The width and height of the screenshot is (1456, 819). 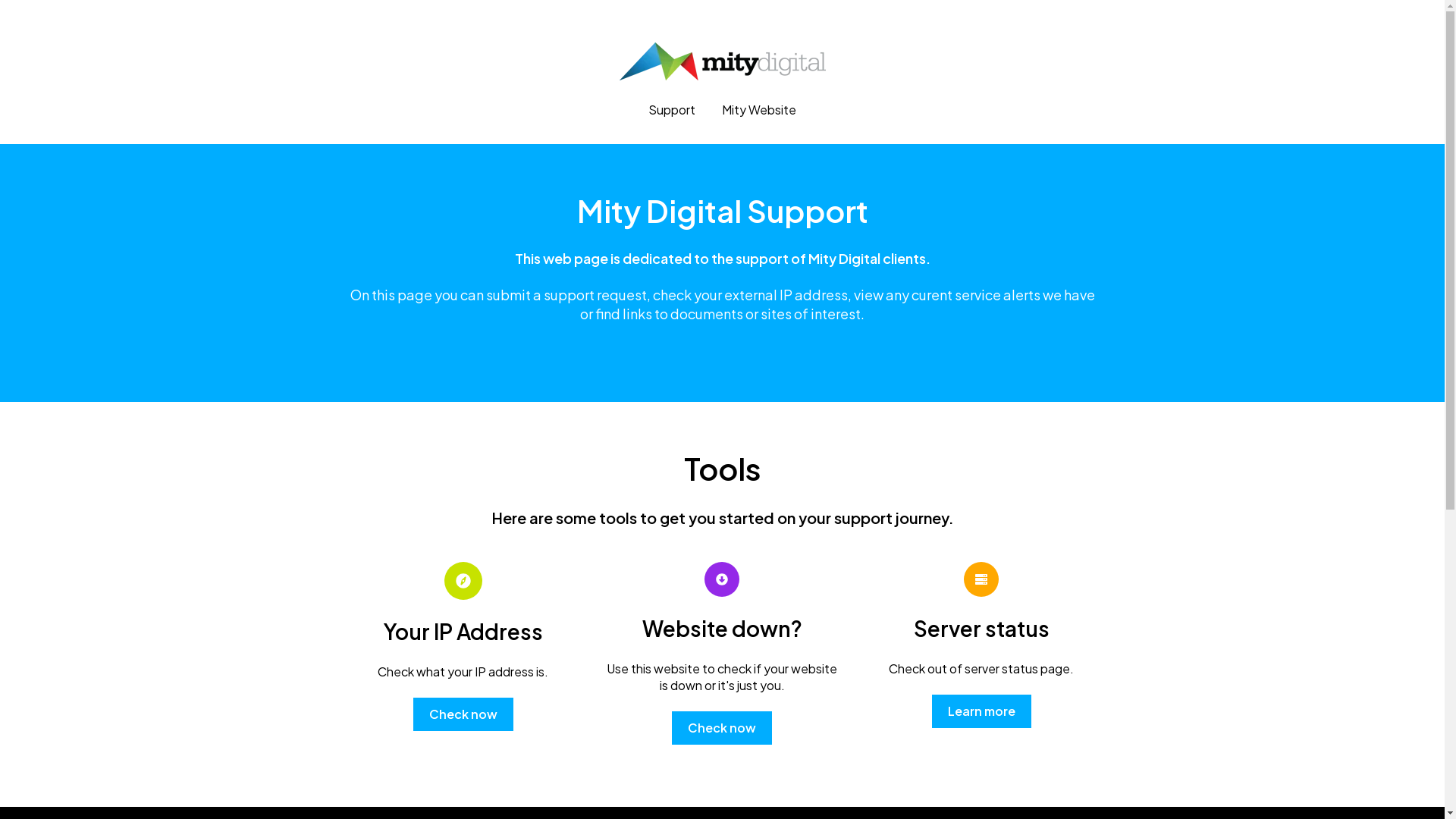 I want to click on 'Check now', so click(x=462, y=714).